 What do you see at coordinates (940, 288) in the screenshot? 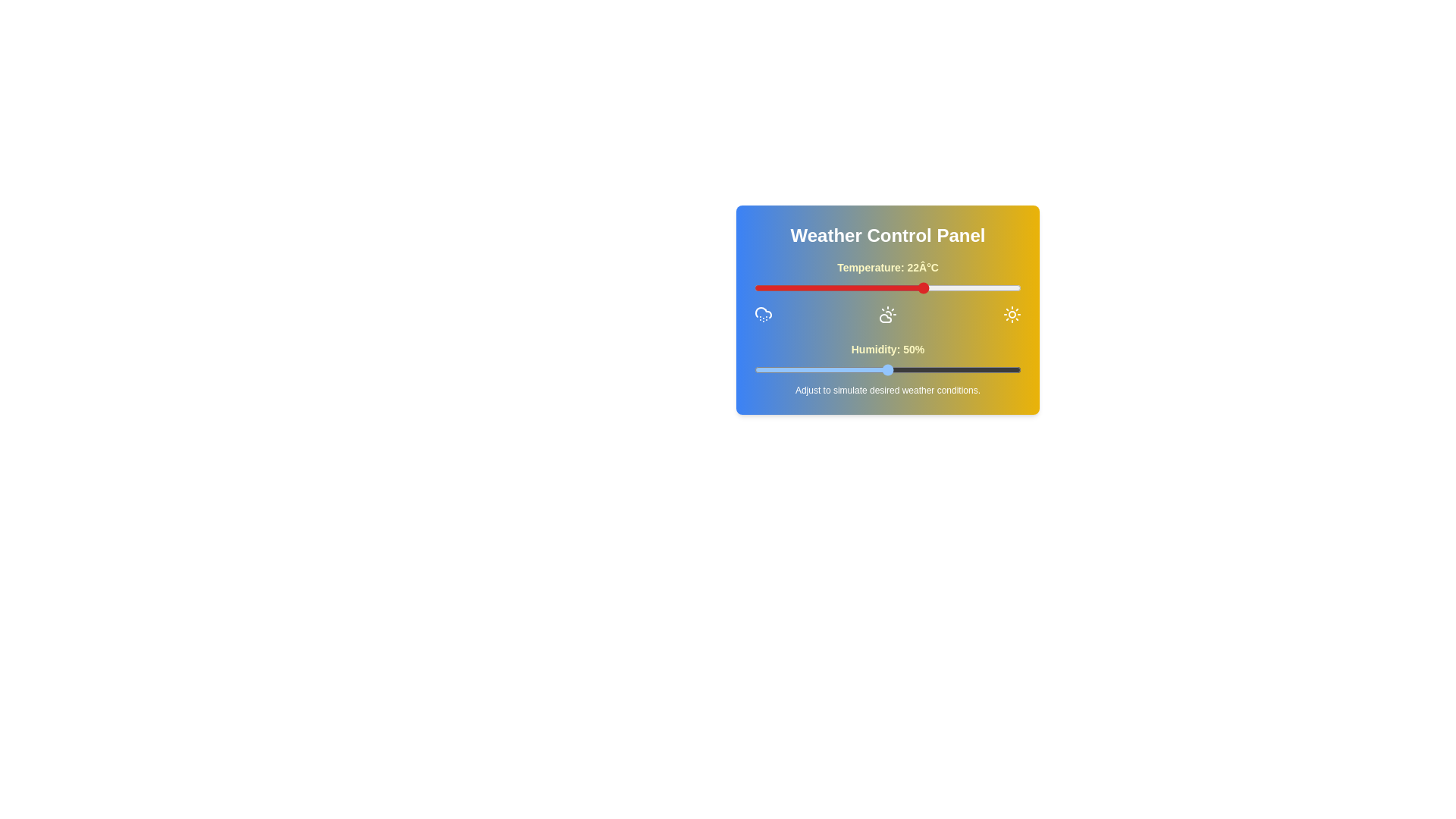
I see `the temperature` at bounding box center [940, 288].